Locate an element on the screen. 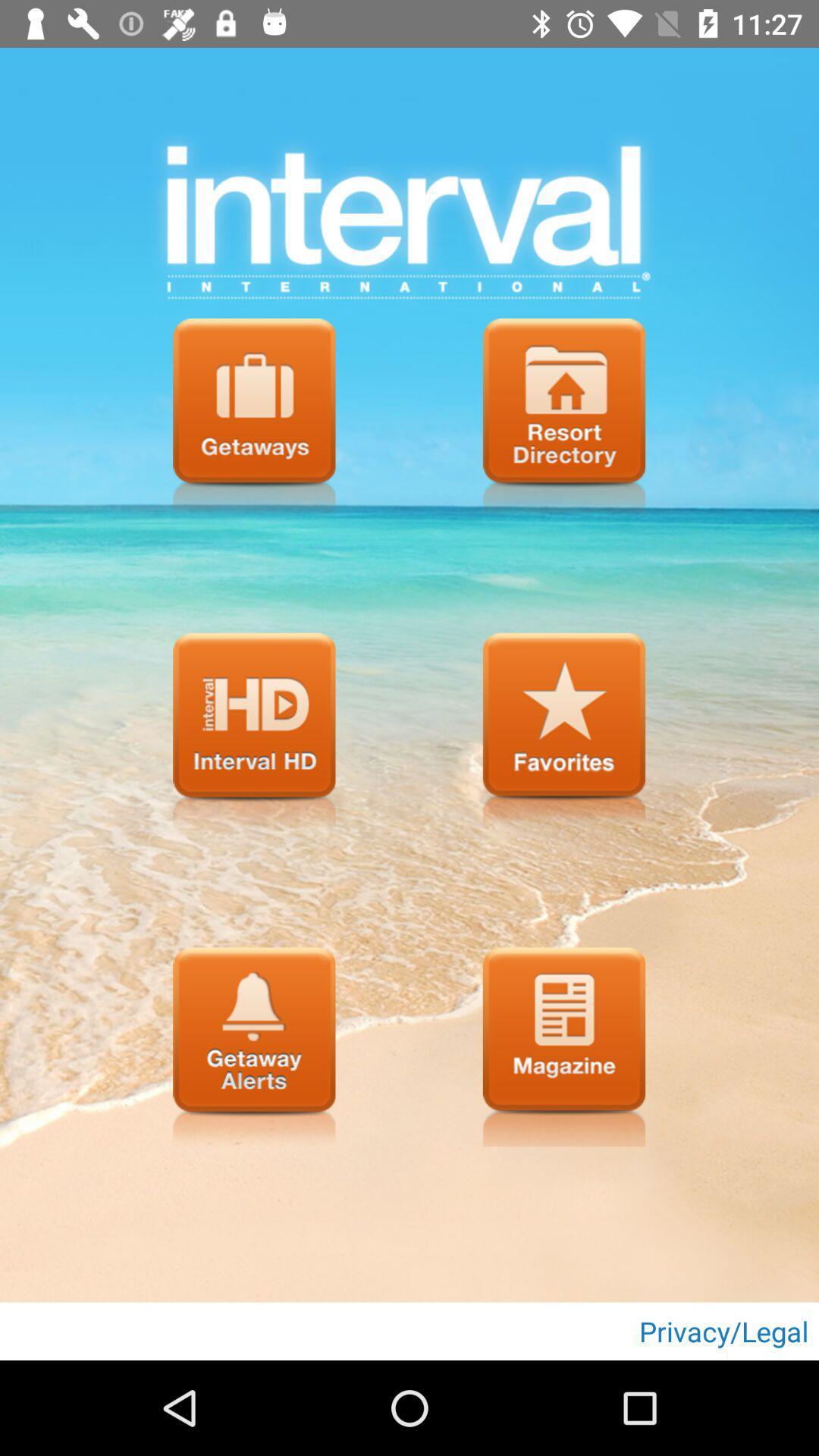  button is located at coordinates (564, 732).